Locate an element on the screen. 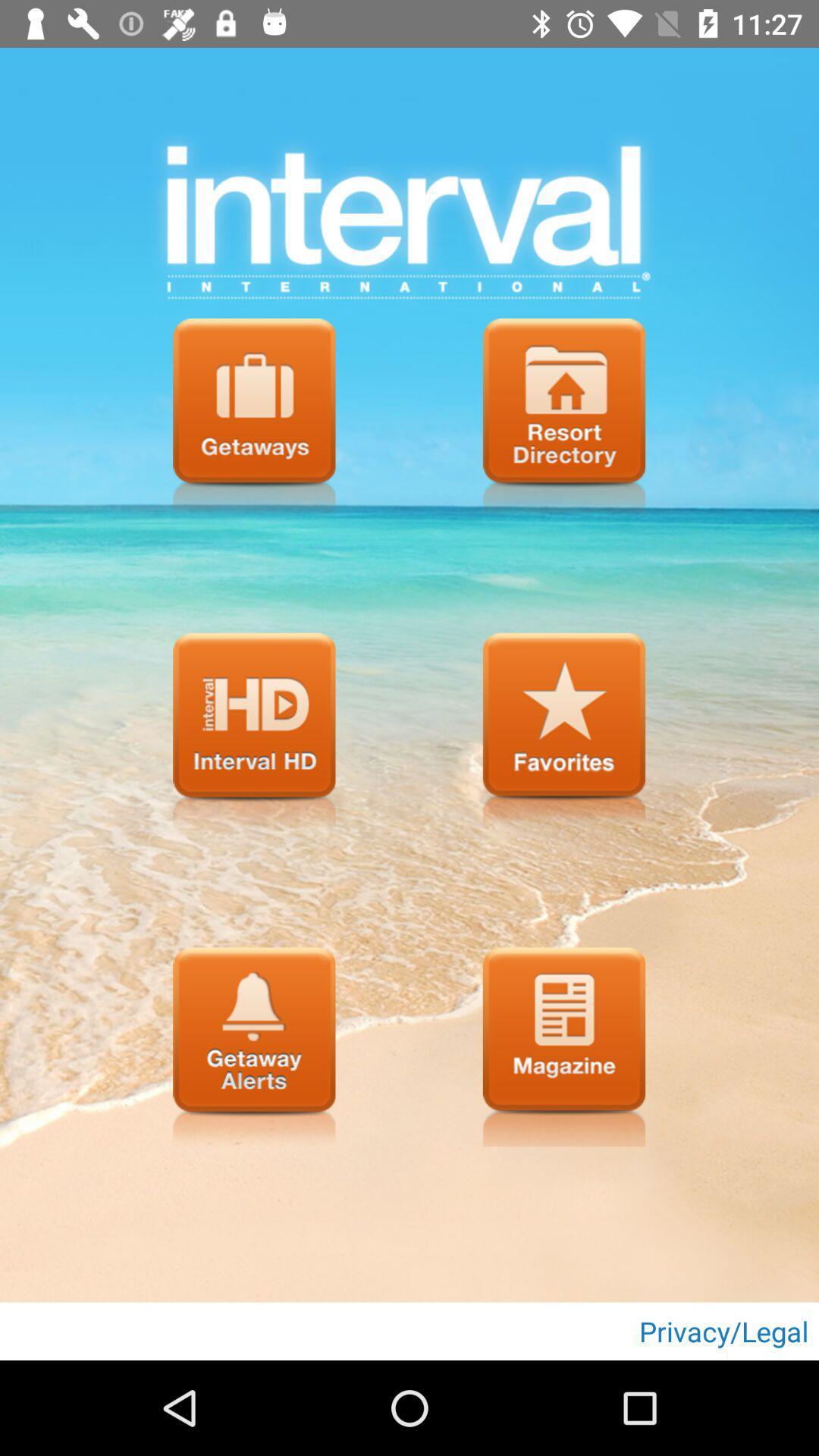  button is located at coordinates (564, 732).